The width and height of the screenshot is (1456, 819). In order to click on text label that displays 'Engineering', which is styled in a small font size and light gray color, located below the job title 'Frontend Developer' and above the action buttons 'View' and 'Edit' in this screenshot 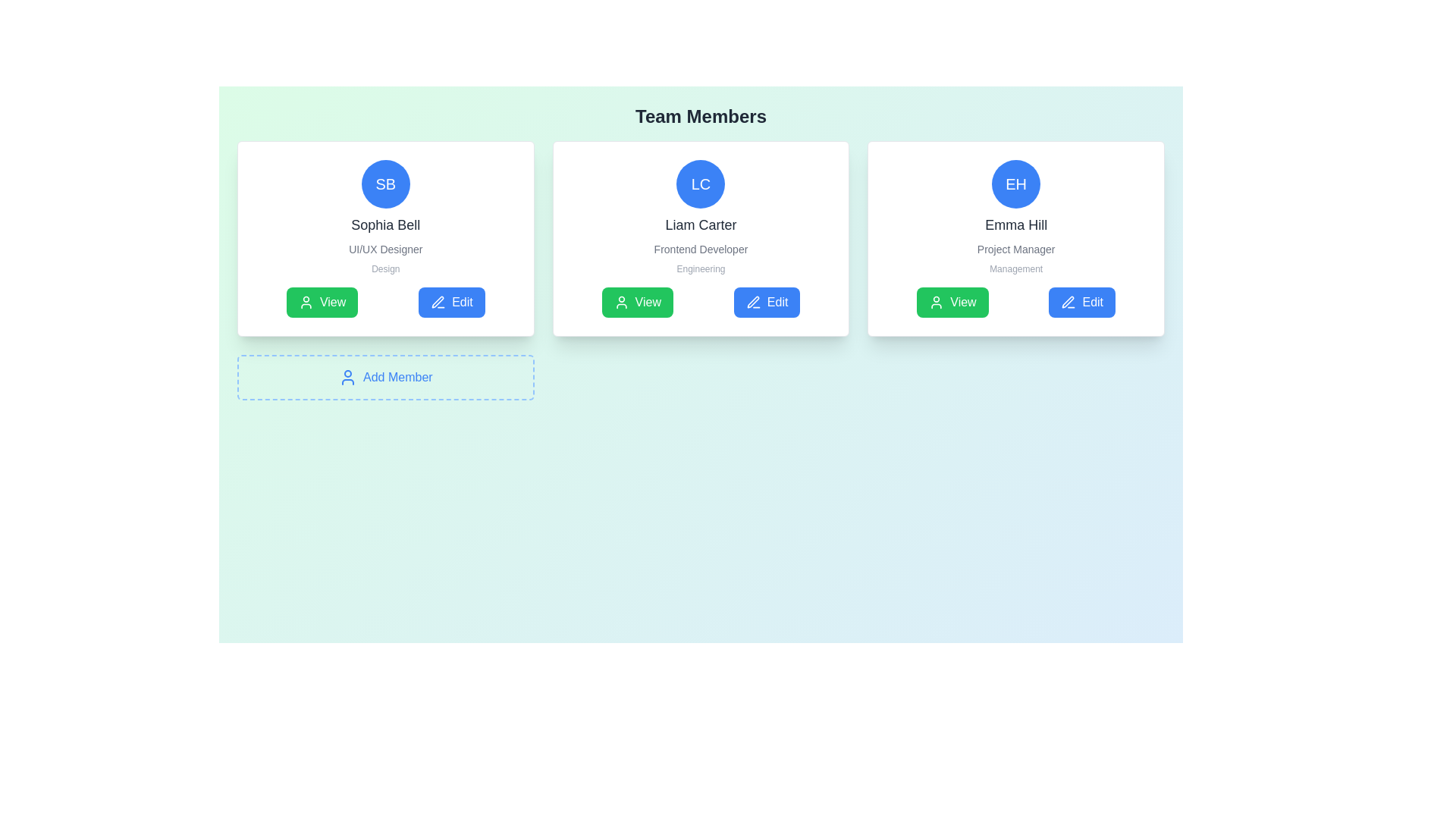, I will do `click(700, 268)`.